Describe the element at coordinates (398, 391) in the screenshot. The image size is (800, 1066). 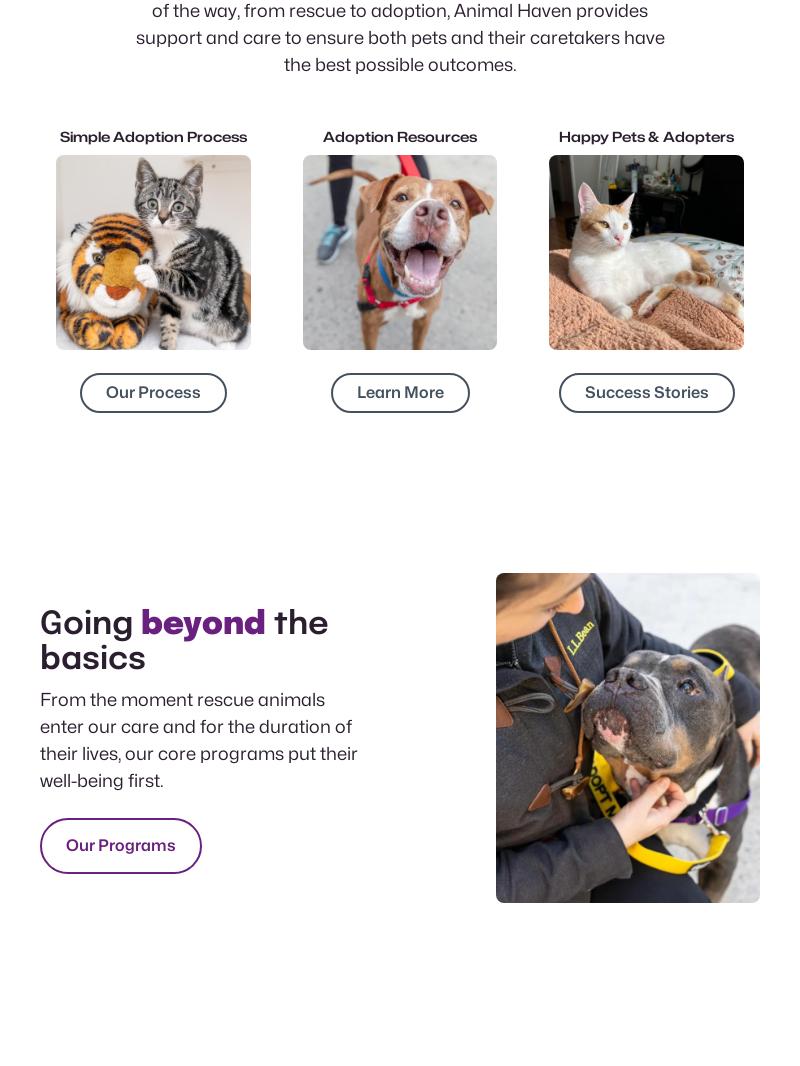
I see `'Learn More'` at that location.